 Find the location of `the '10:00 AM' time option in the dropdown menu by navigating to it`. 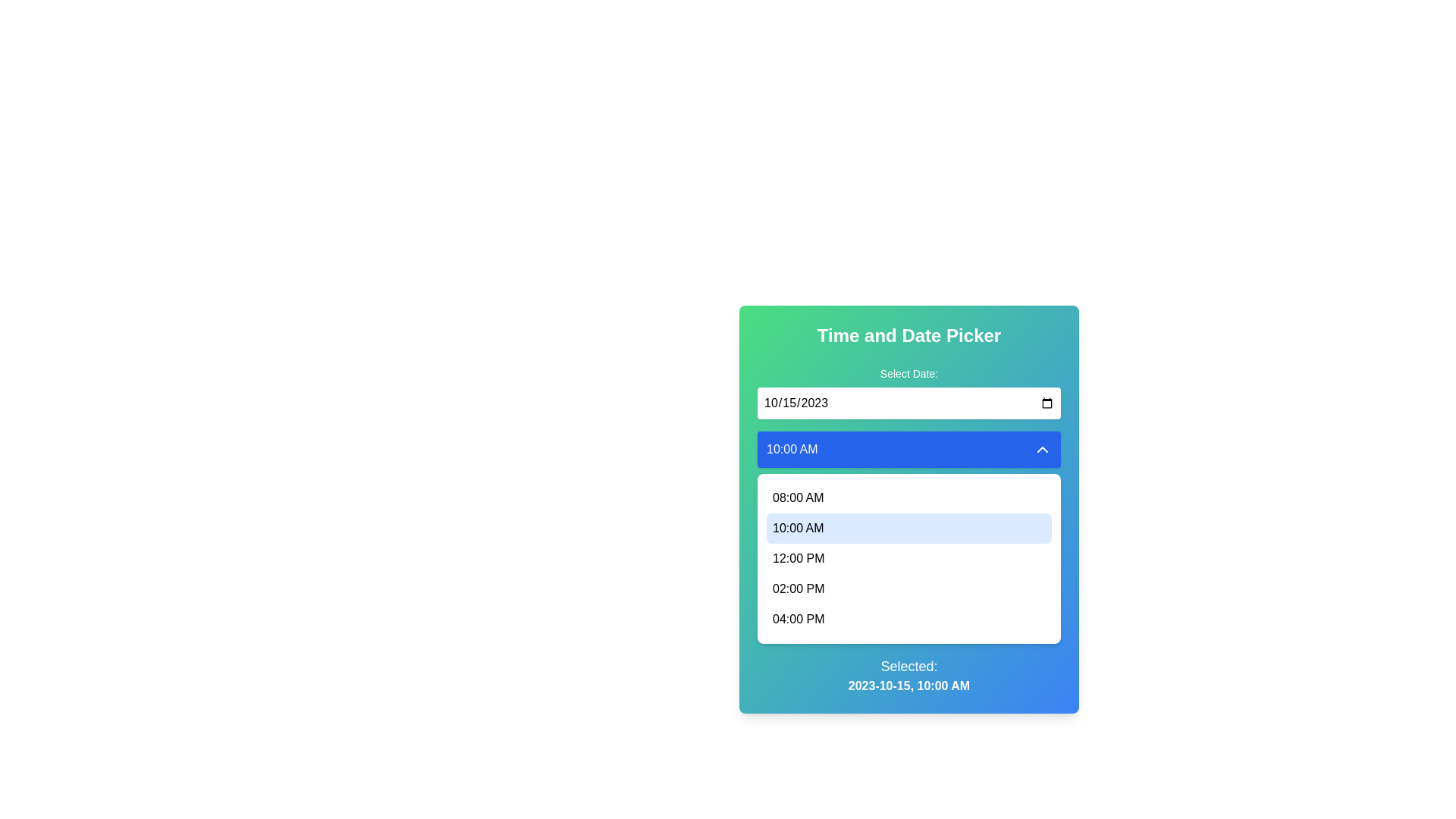

the '10:00 AM' time option in the dropdown menu by navigating to it is located at coordinates (909, 537).